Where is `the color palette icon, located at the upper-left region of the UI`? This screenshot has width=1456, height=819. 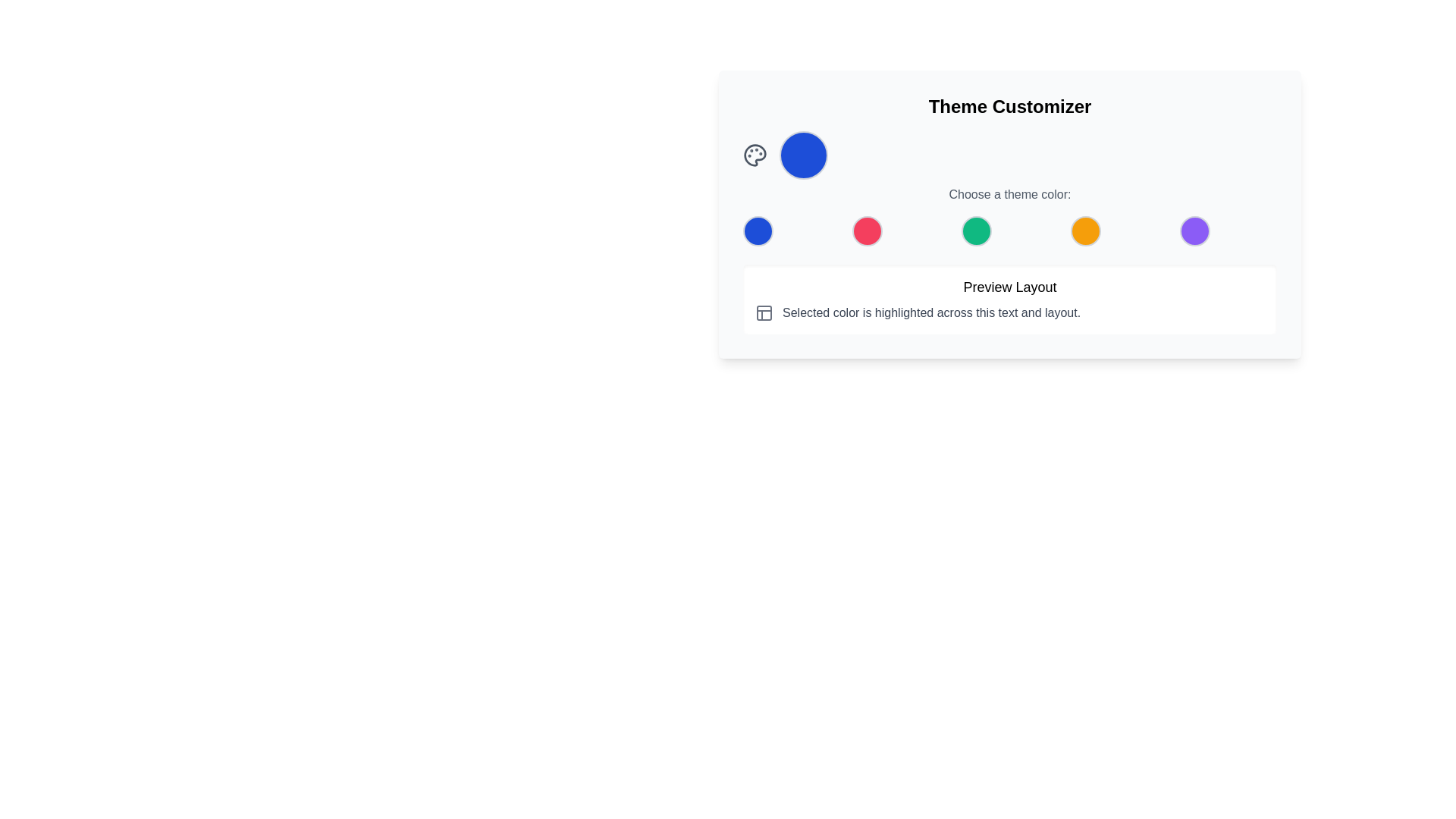
the color palette icon, located at the upper-left region of the UI is located at coordinates (755, 155).